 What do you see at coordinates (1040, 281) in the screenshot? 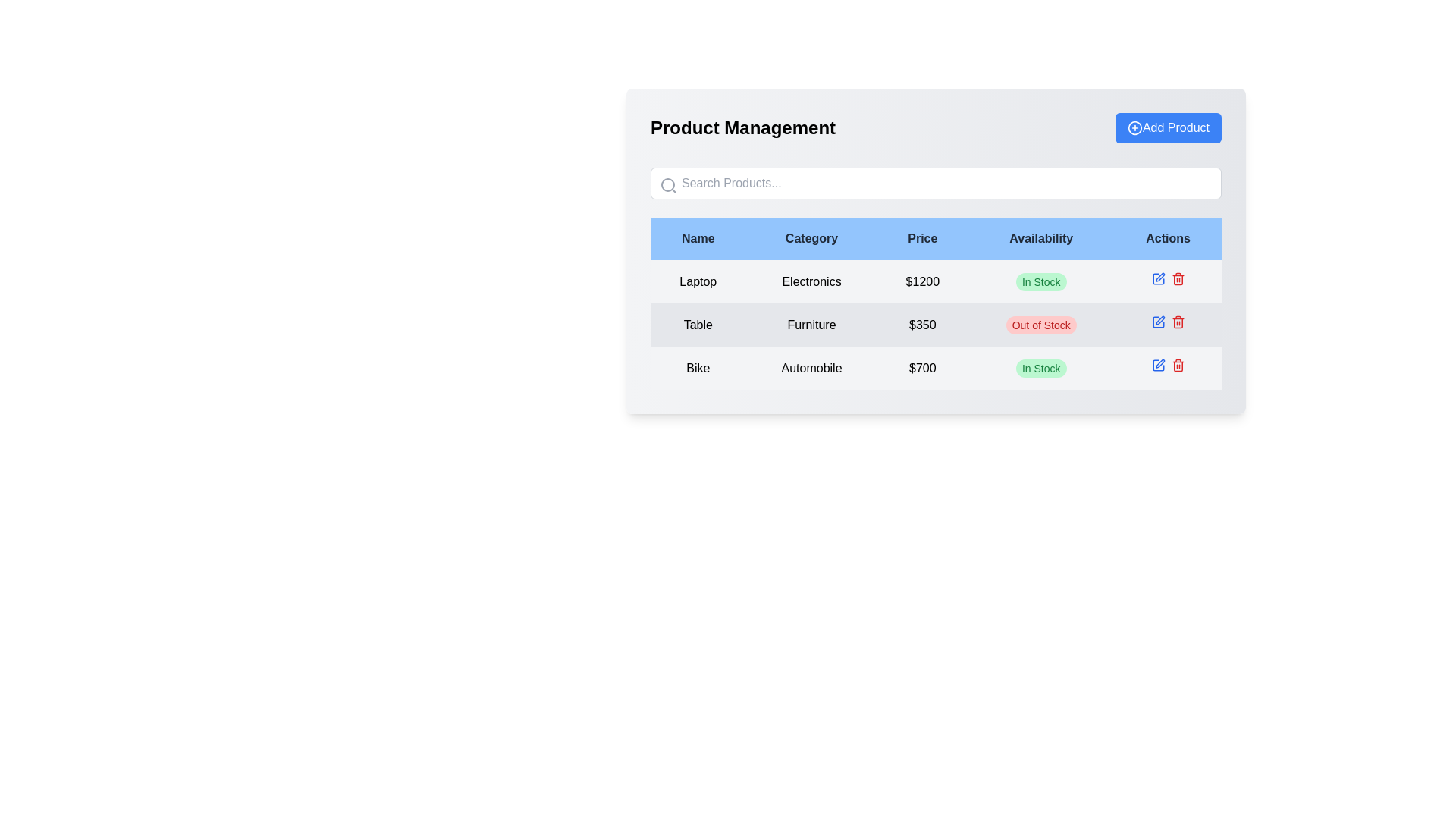
I see `the Availability Badge that indicates the Laptop product is currently in stock, located in the fourth column under the Availability header` at bounding box center [1040, 281].